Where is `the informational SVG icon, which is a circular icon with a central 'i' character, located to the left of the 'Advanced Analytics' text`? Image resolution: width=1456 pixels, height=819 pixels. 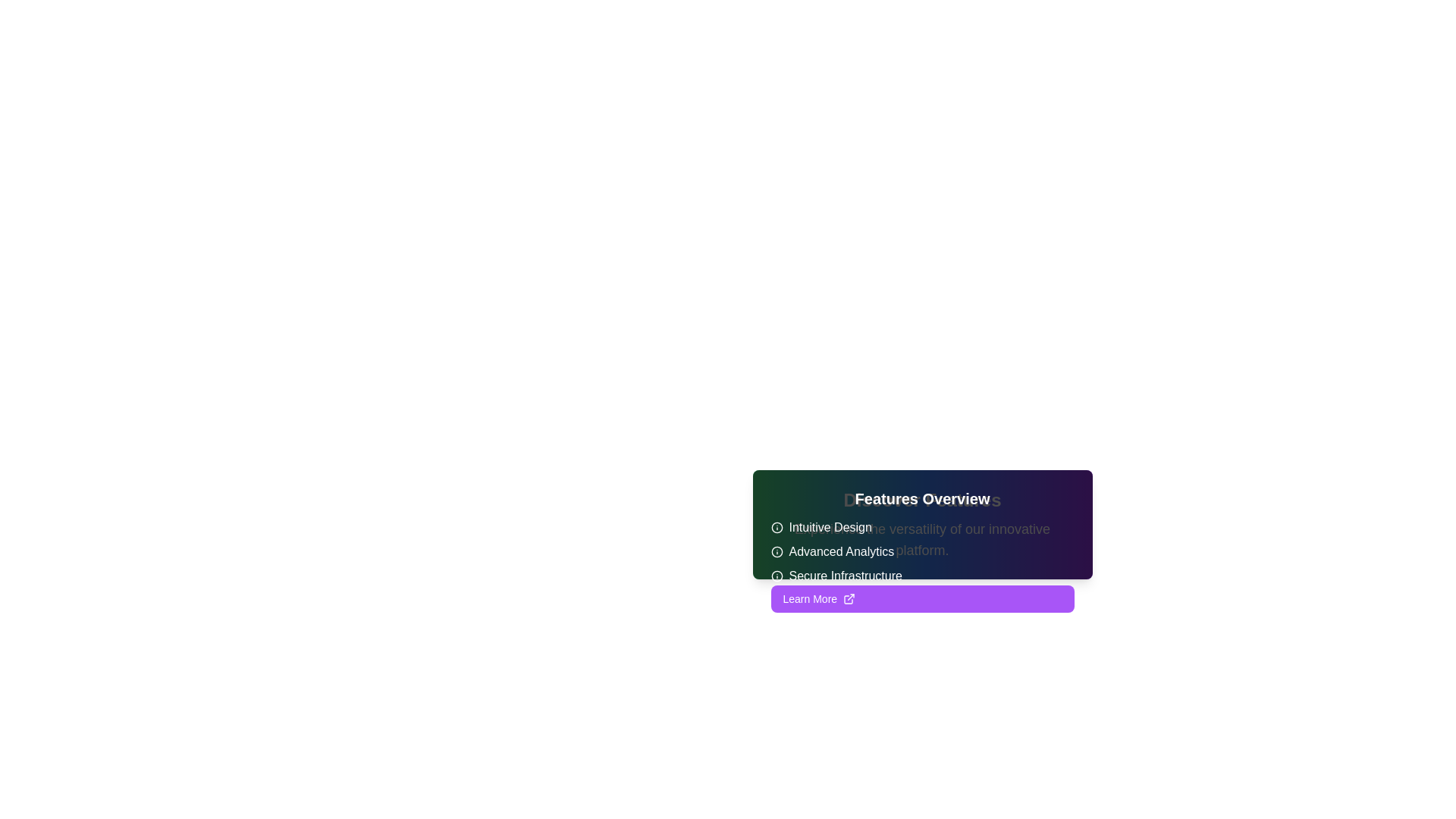
the informational SVG icon, which is a circular icon with a central 'i' character, located to the left of the 'Advanced Analytics' text is located at coordinates (777, 552).